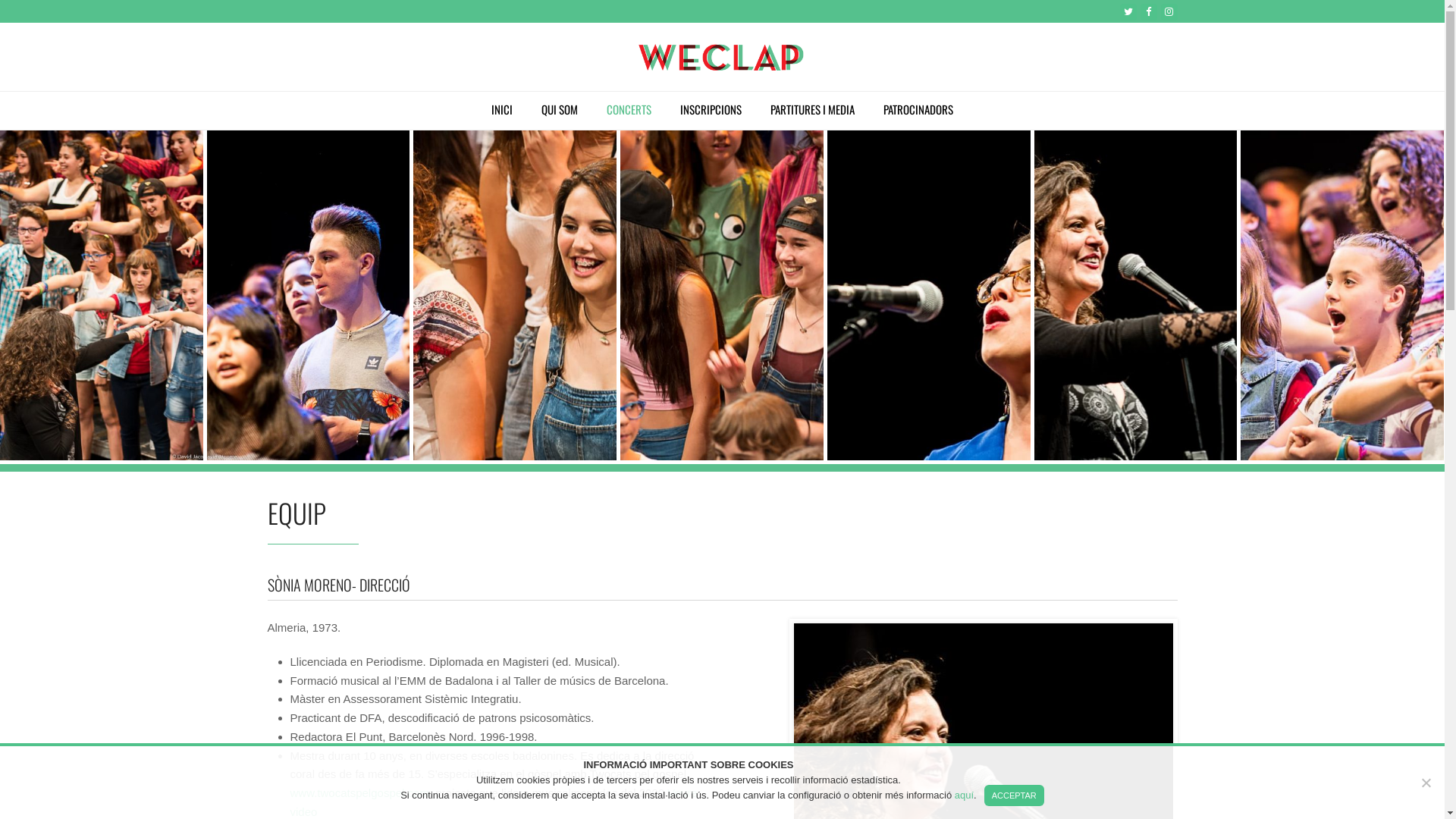  I want to click on 'PATROCINADORS', so click(917, 110).